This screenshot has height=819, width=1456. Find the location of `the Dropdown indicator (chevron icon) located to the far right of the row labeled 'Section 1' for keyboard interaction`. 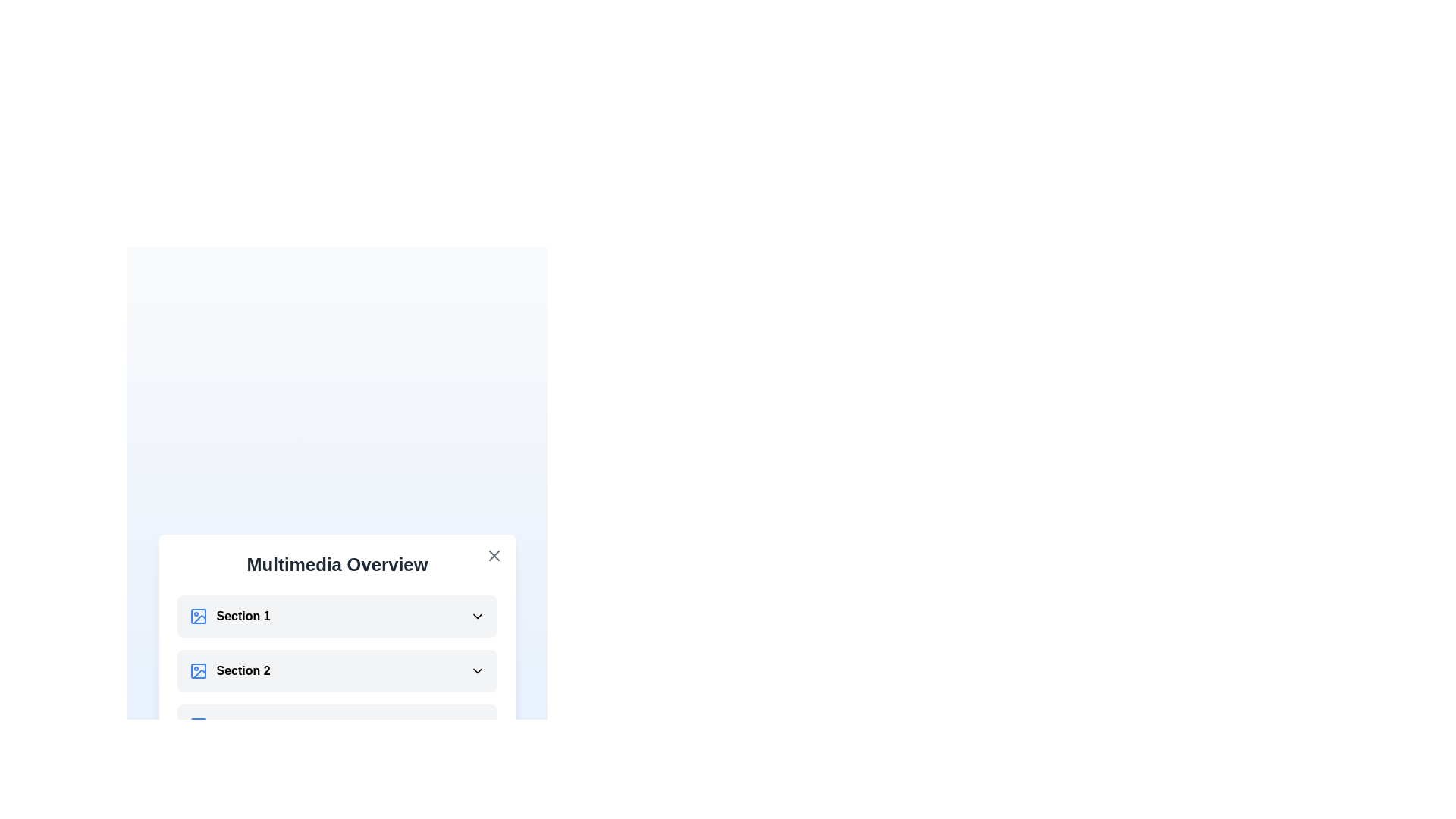

the Dropdown indicator (chevron icon) located to the far right of the row labeled 'Section 1' for keyboard interaction is located at coordinates (477, 617).